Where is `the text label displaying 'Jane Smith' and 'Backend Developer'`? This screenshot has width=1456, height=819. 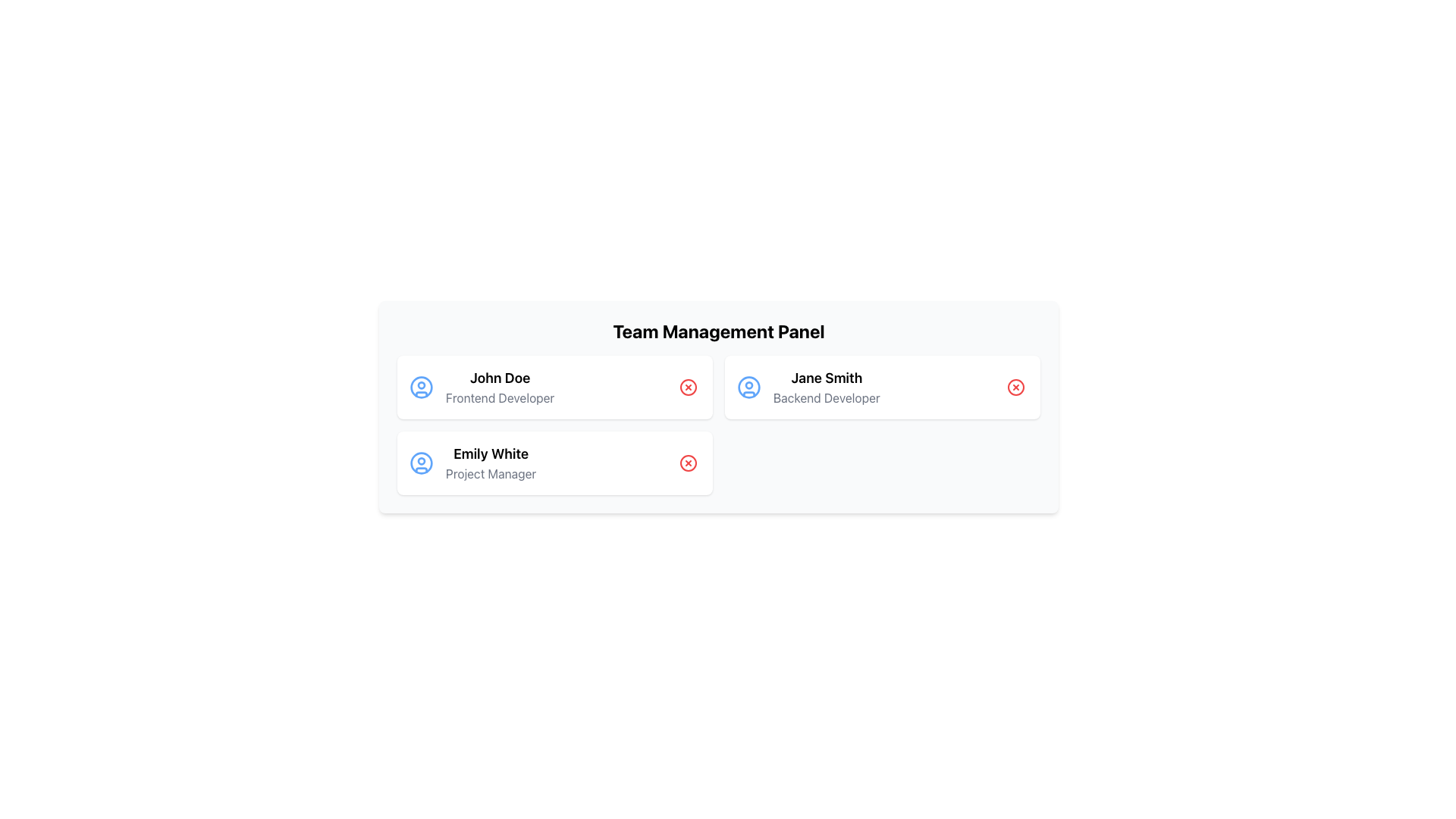
the text label displaying 'Jane Smith' and 'Backend Developer' is located at coordinates (826, 386).